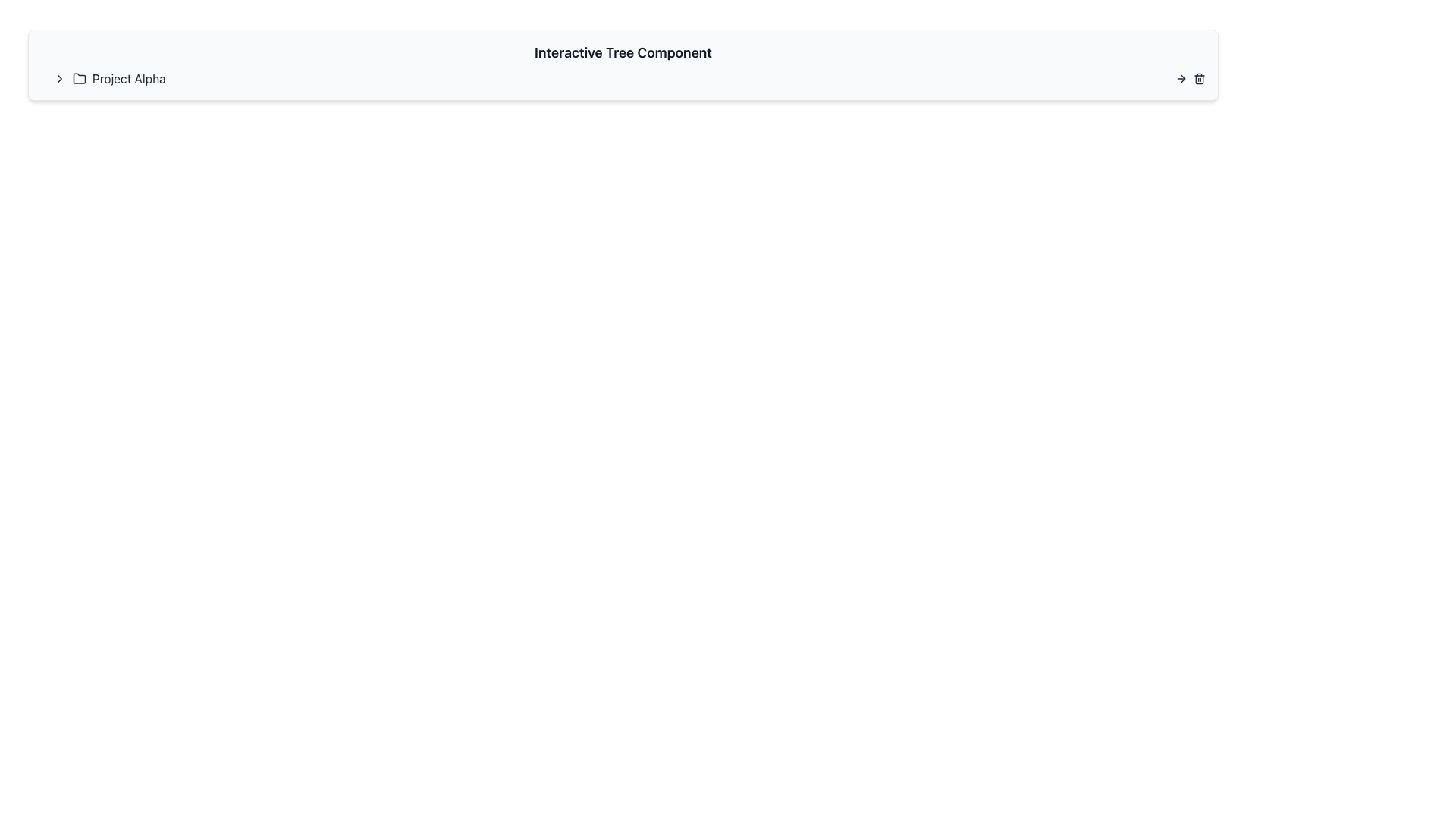  I want to click on the trash can icon located in the top-right corner of the list item labeled 'Project Alpha' to initiate a delete action, so click(1189, 79).